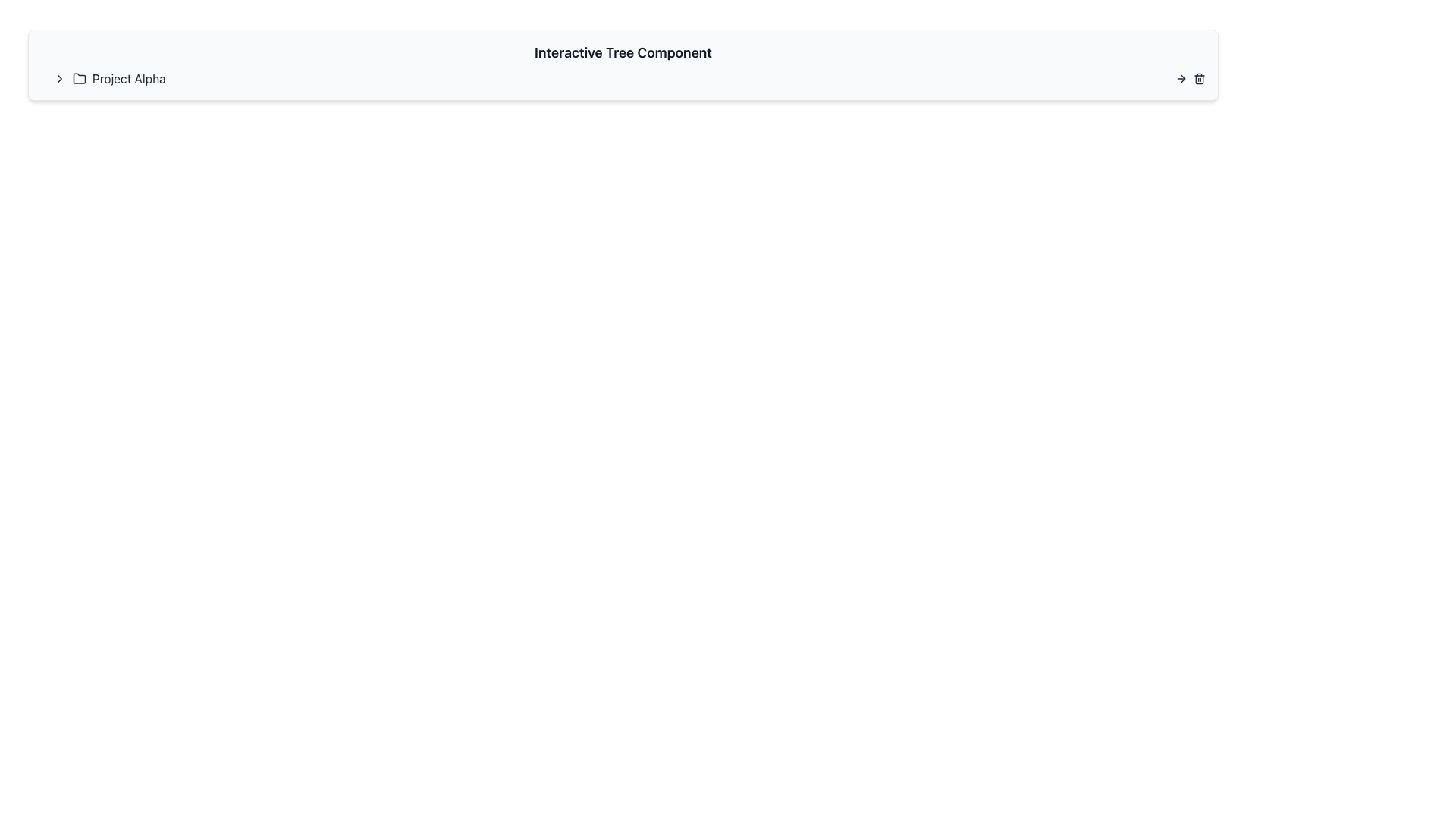  I want to click on the trash can icon located in the top-right corner of the list item labeled 'Project Alpha' to initiate a delete action, so click(1189, 79).